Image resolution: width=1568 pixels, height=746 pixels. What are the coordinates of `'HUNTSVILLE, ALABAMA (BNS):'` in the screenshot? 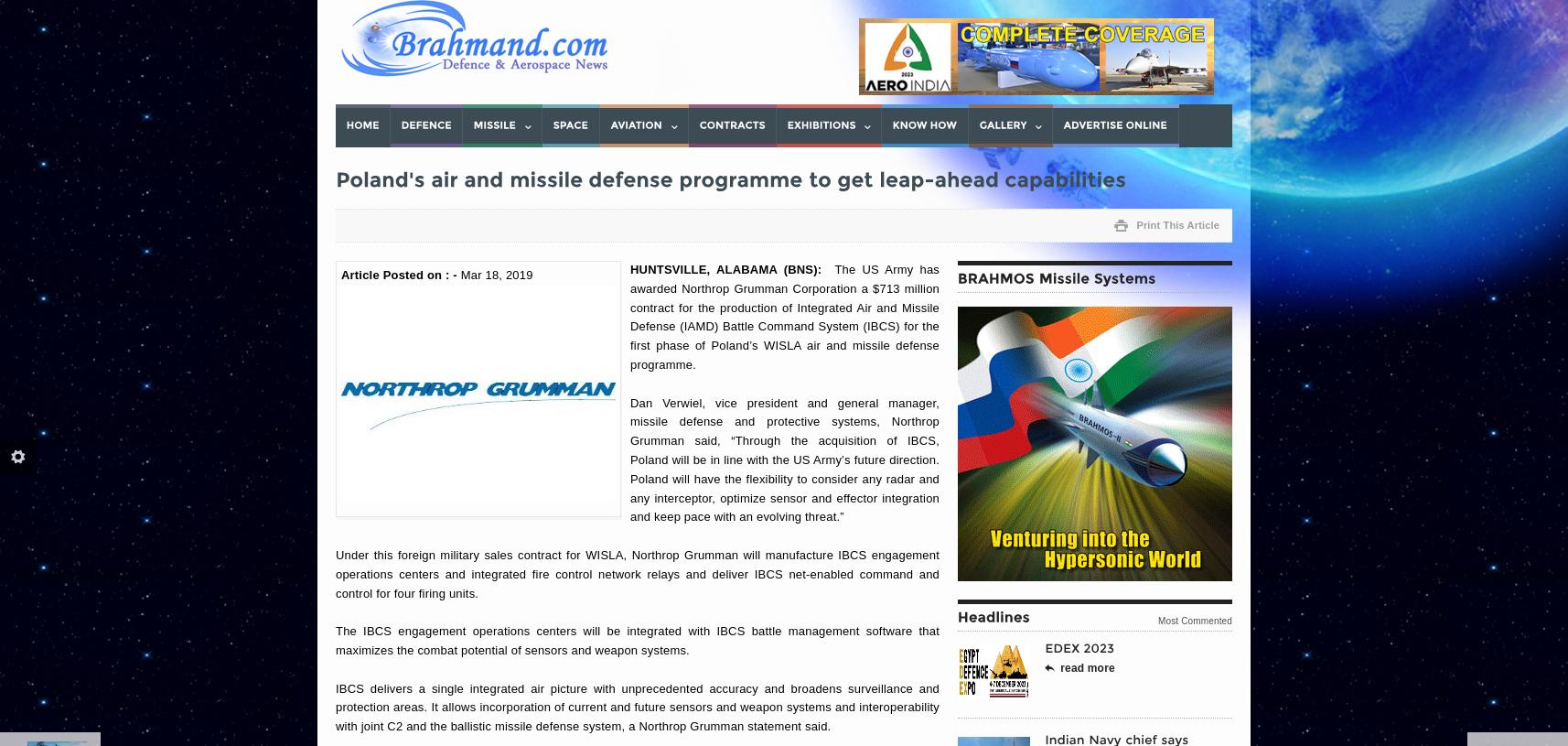 It's located at (732, 268).